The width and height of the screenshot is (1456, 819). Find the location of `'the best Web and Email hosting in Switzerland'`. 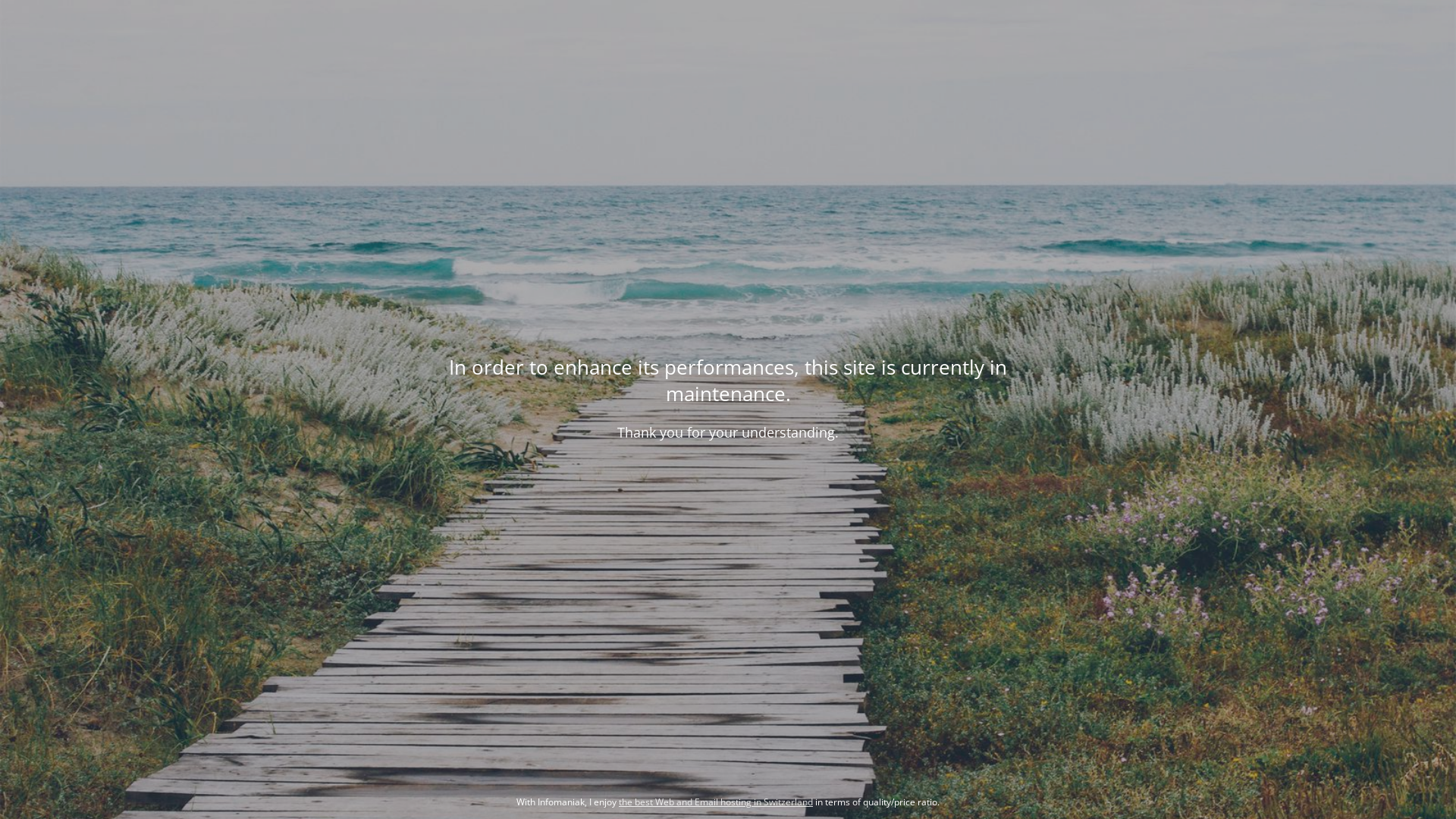

'the best Web and Email hosting in Switzerland' is located at coordinates (715, 801).